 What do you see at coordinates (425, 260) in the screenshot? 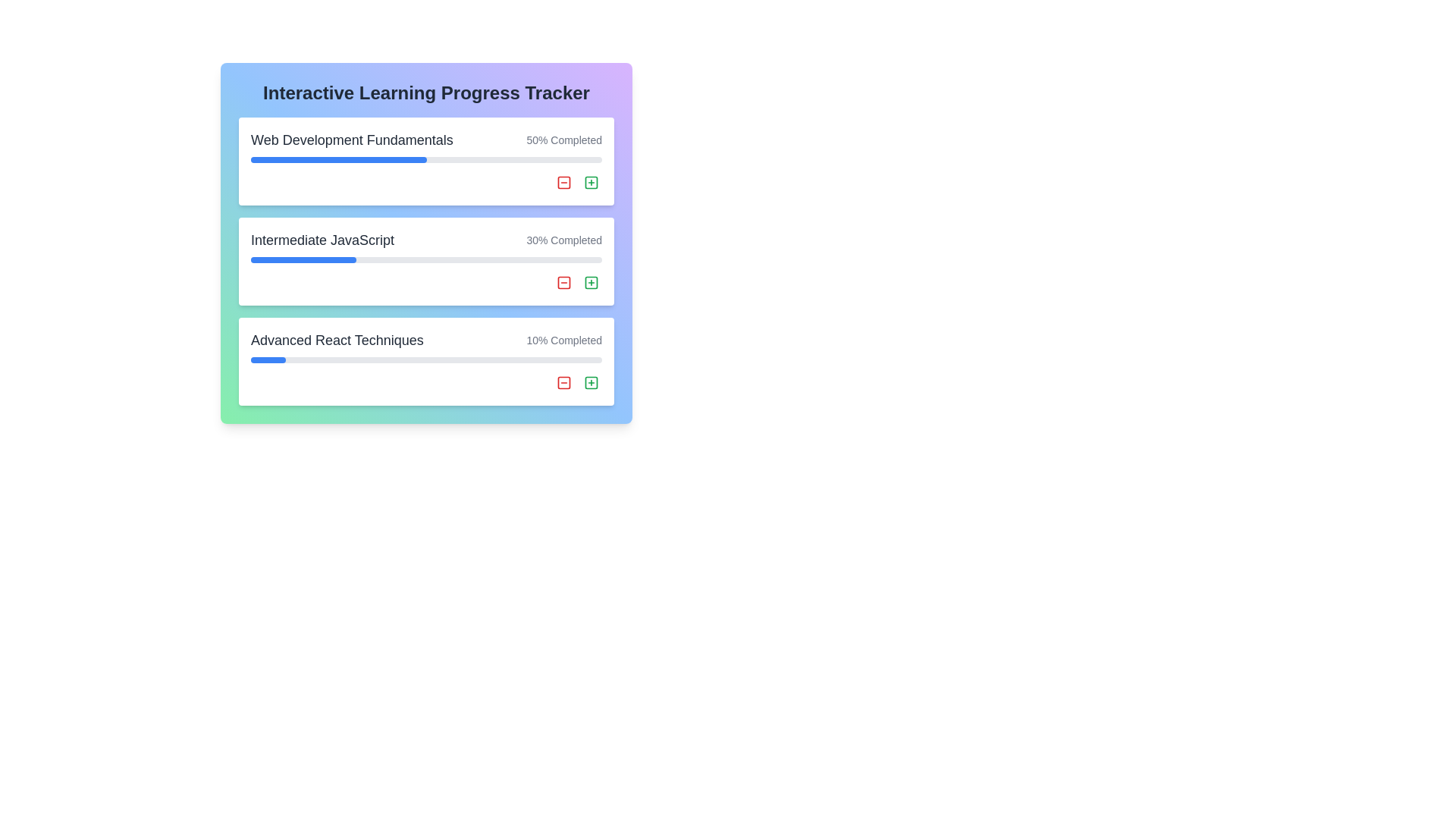
I see `the details of the progress for the 'Intermediate JavaScript' card, which is the second card in a vertical list of three cards and contains a progress bar indicating '30% Completed'` at bounding box center [425, 260].